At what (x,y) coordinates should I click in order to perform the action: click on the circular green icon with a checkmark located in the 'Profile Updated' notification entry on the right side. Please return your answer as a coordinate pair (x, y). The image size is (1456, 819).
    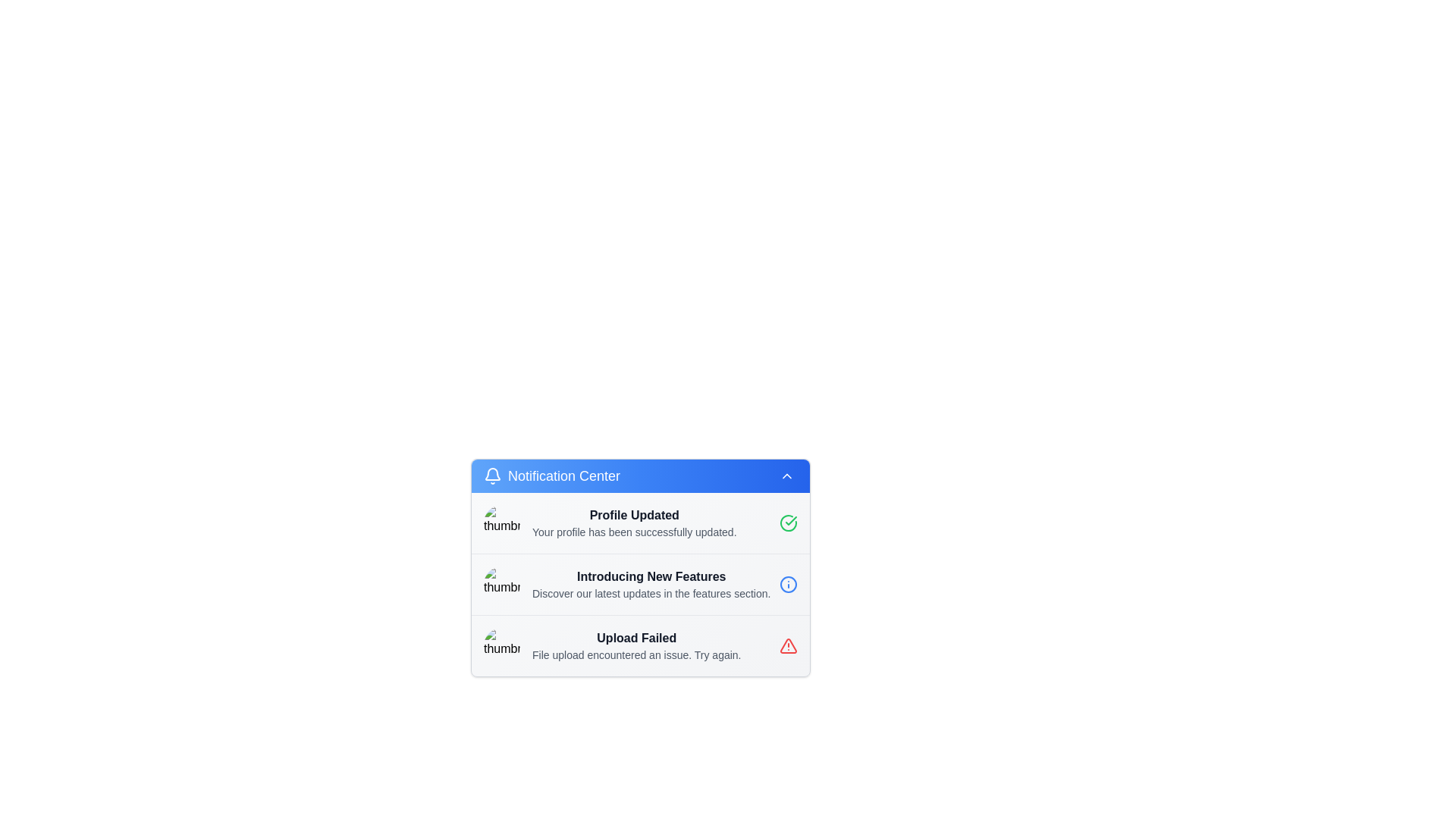
    Looking at the image, I should click on (789, 522).